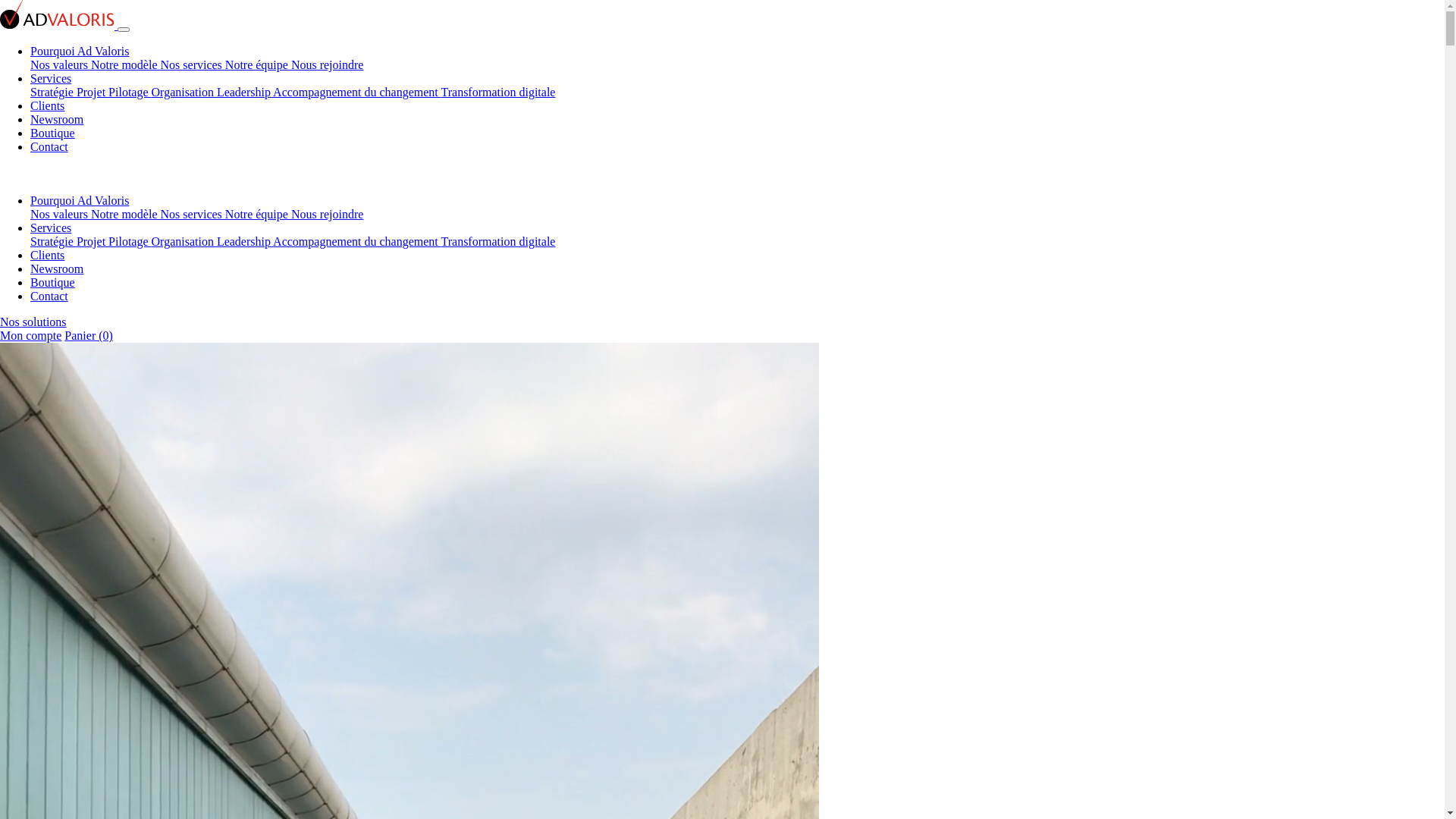 Image resolution: width=1456 pixels, height=819 pixels. Describe the element at coordinates (75, 240) in the screenshot. I see `'Projet'` at that location.